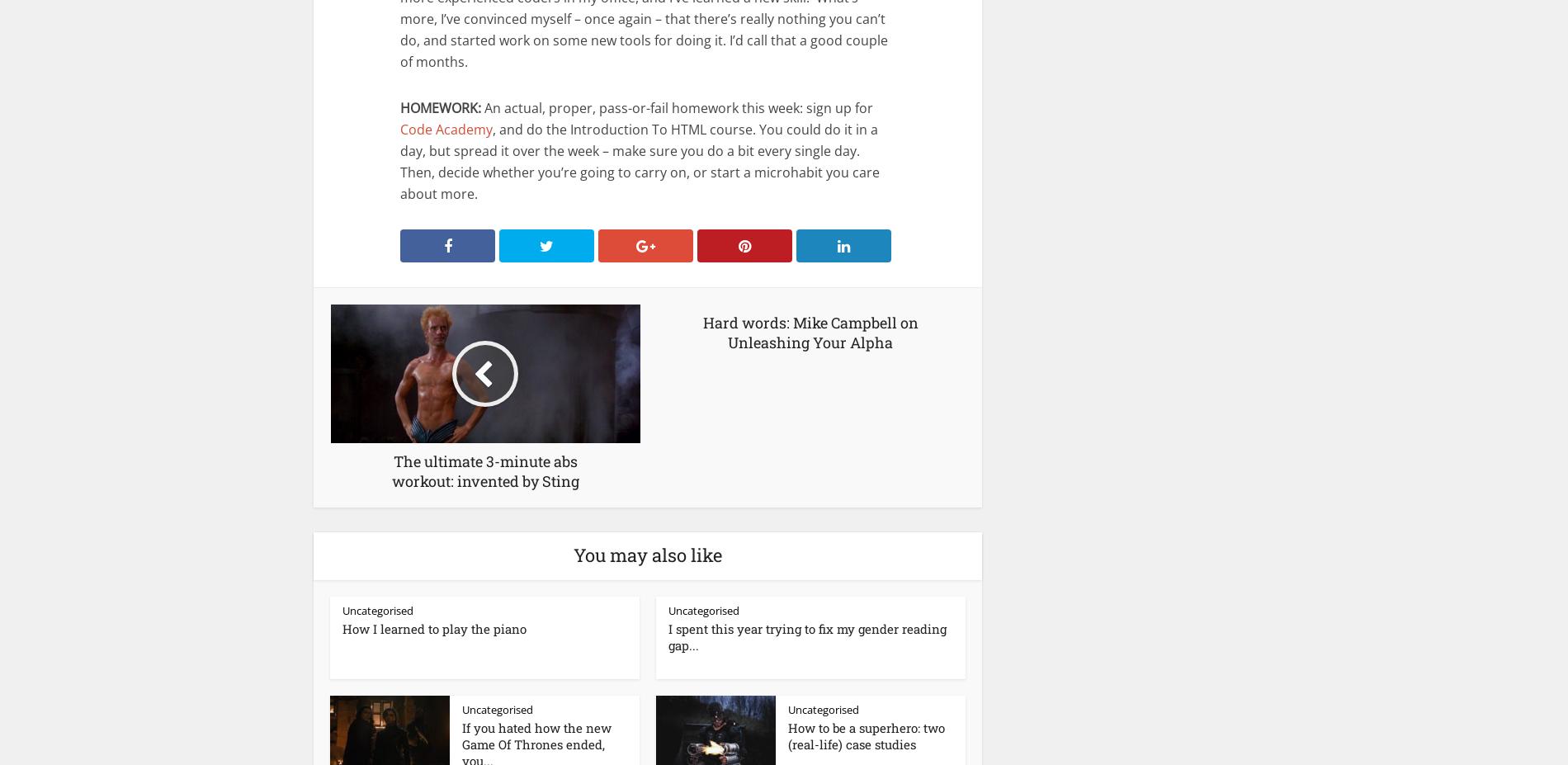 Image resolution: width=1568 pixels, height=765 pixels. What do you see at coordinates (810, 331) in the screenshot?
I see `'Hard words: Mike Campbell on Unleashing Your Alpha'` at bounding box center [810, 331].